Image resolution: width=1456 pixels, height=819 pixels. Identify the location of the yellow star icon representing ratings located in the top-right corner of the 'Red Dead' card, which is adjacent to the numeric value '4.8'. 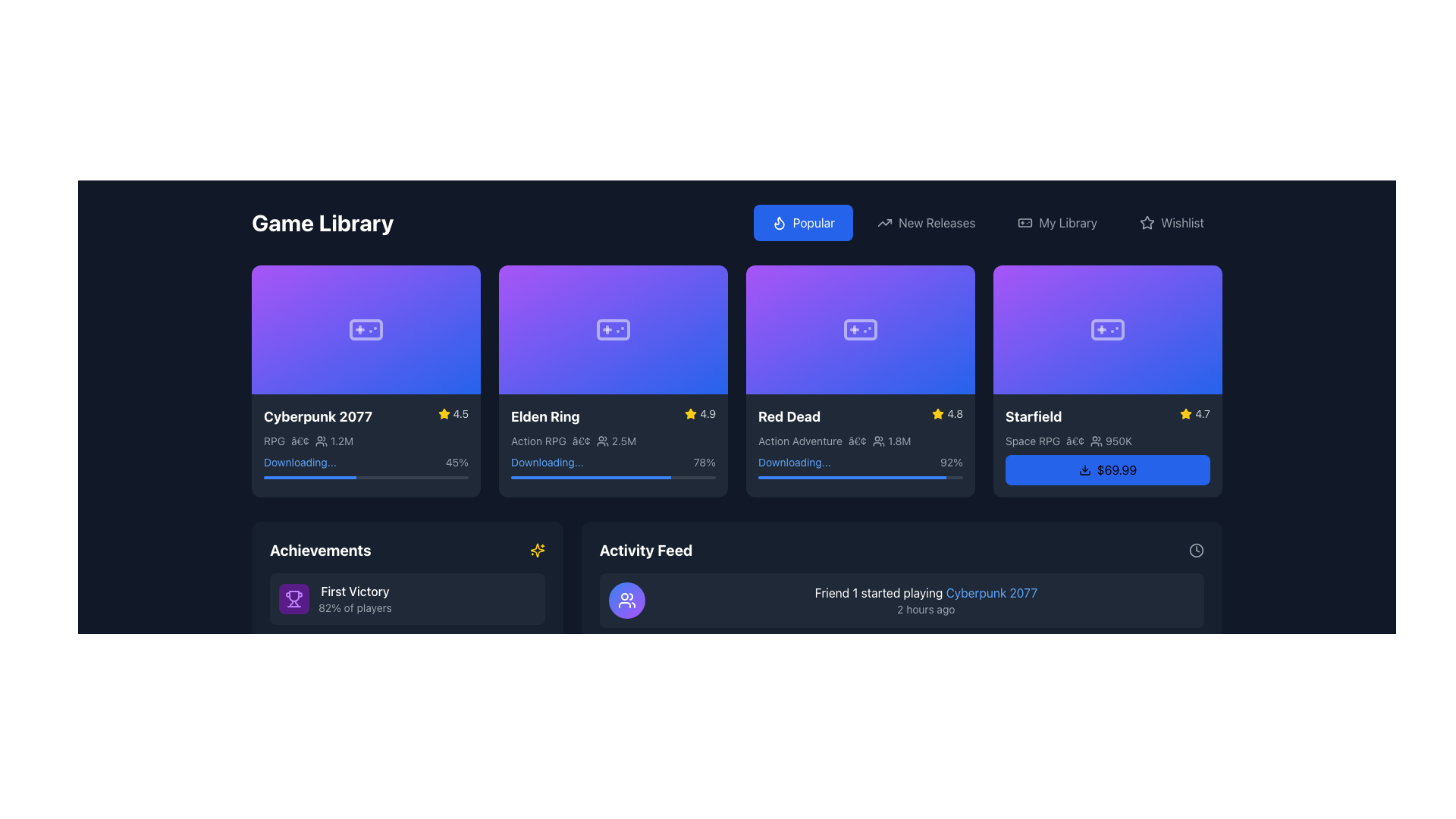
(937, 413).